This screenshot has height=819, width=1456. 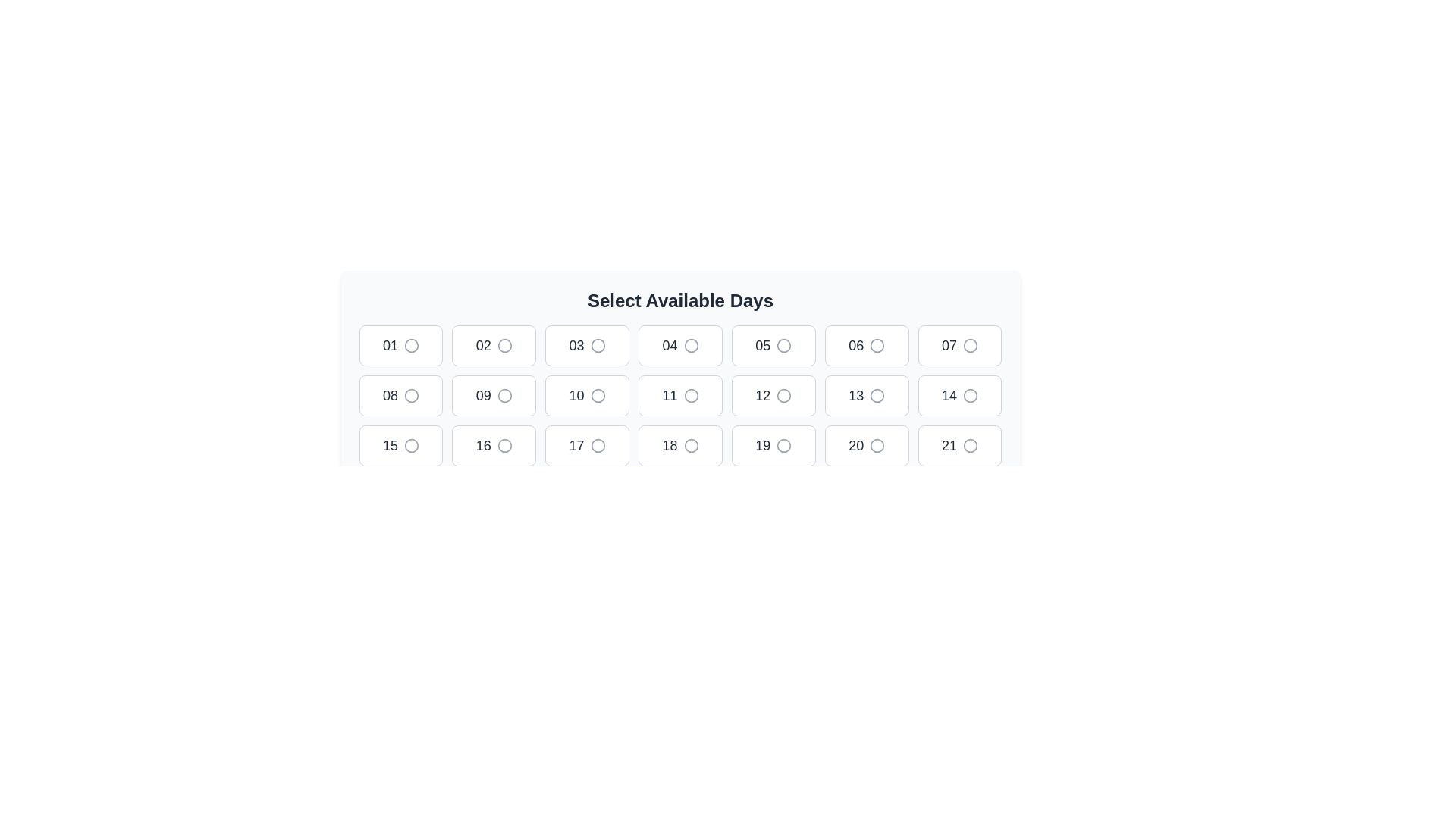 I want to click on the radio button located in the second row and first column of the grid beneath the header 'Select Available Days', so click(x=411, y=394).